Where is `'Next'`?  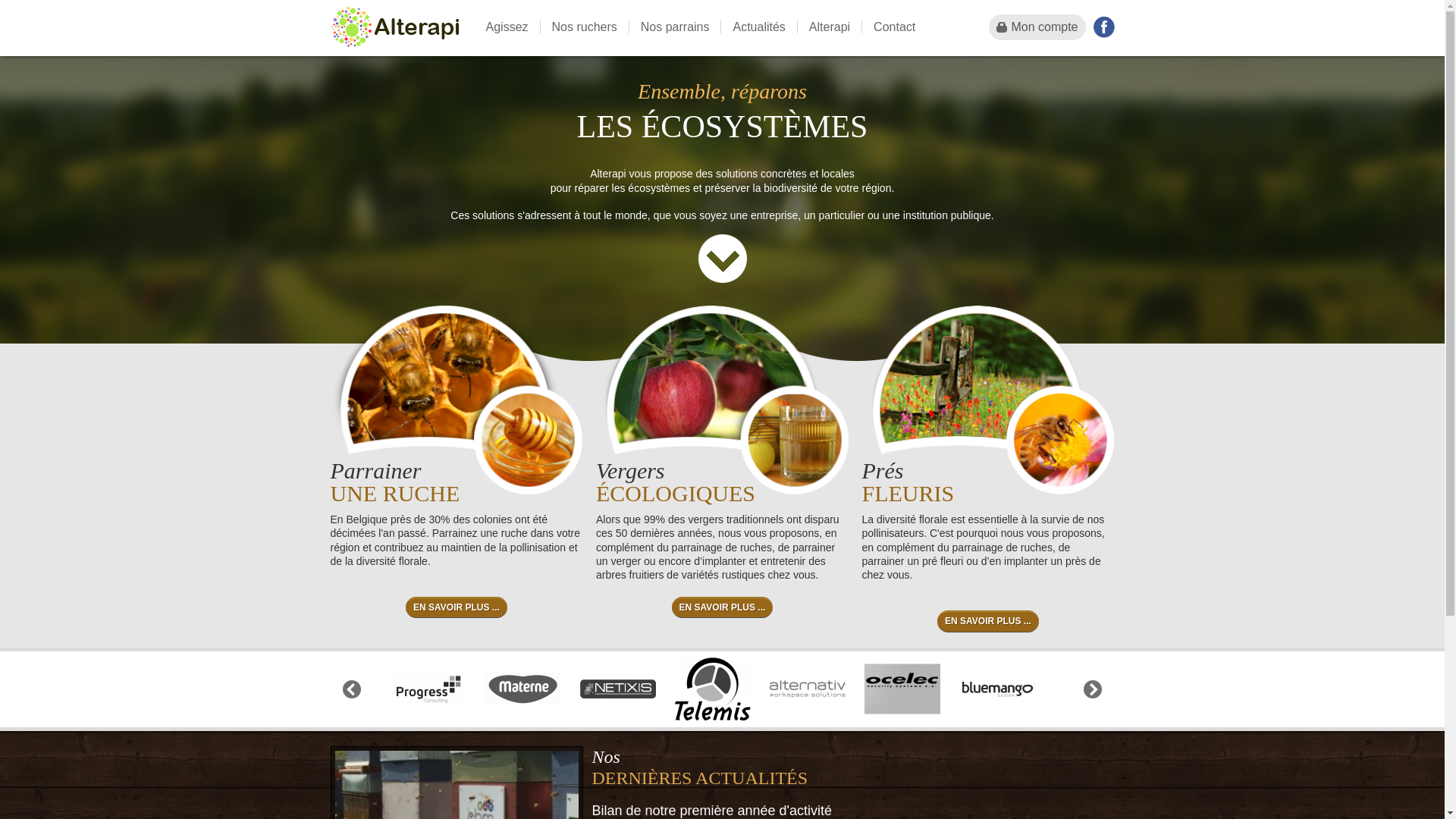
'Next' is located at coordinates (1083, 689).